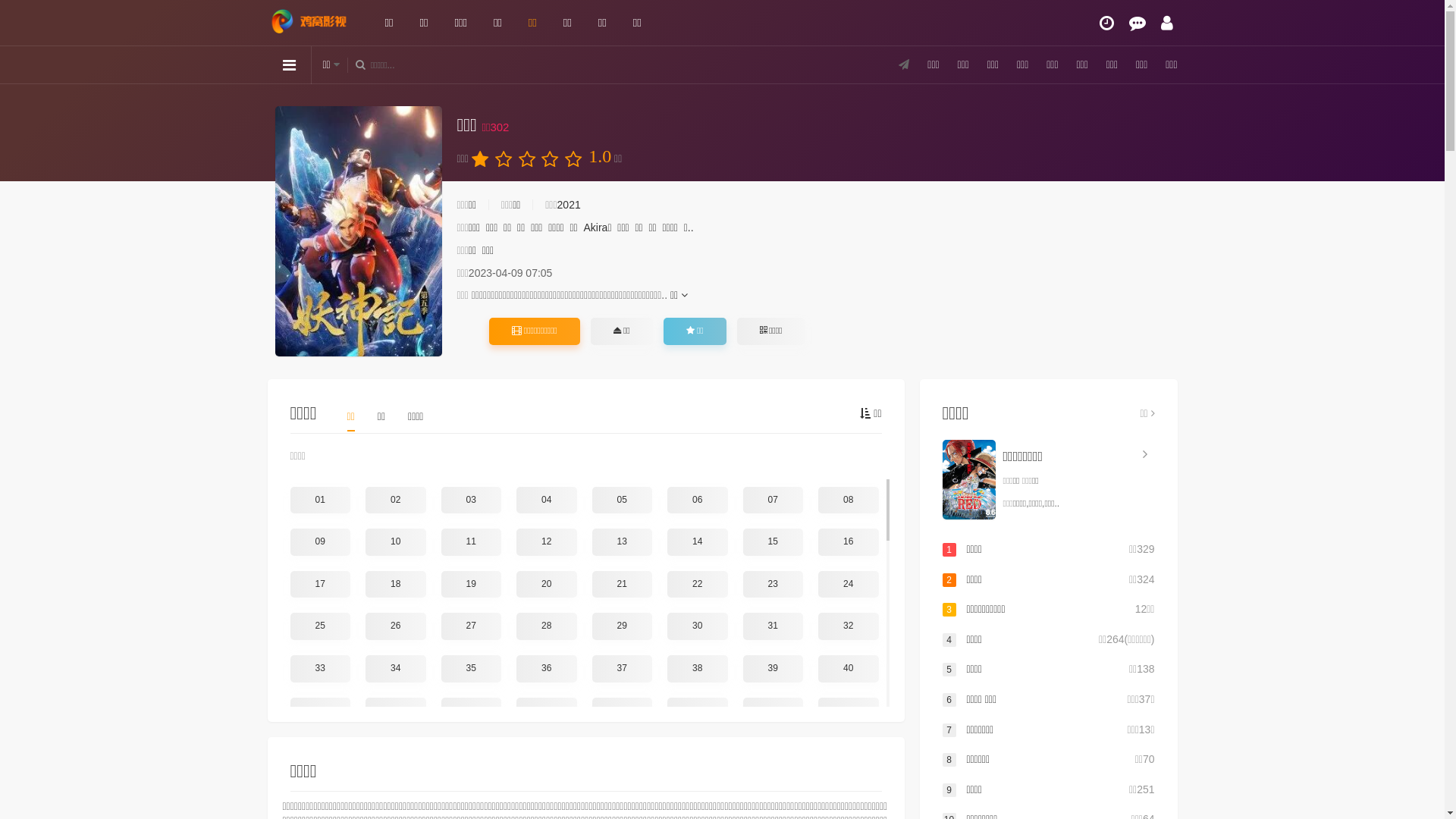 This screenshot has height=819, width=1456. I want to click on '07', so click(773, 500).